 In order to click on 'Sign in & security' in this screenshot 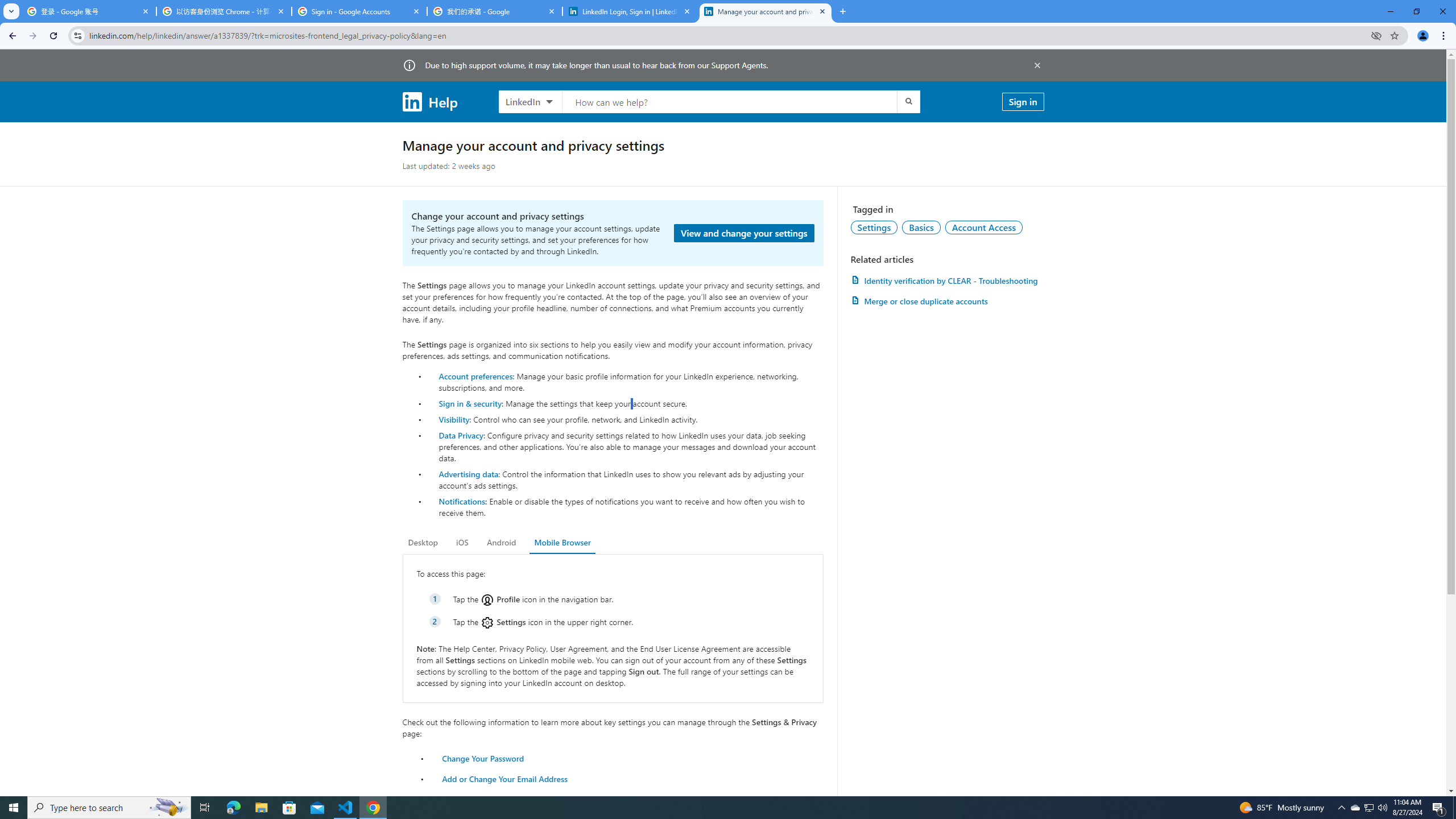, I will do `click(470, 403)`.